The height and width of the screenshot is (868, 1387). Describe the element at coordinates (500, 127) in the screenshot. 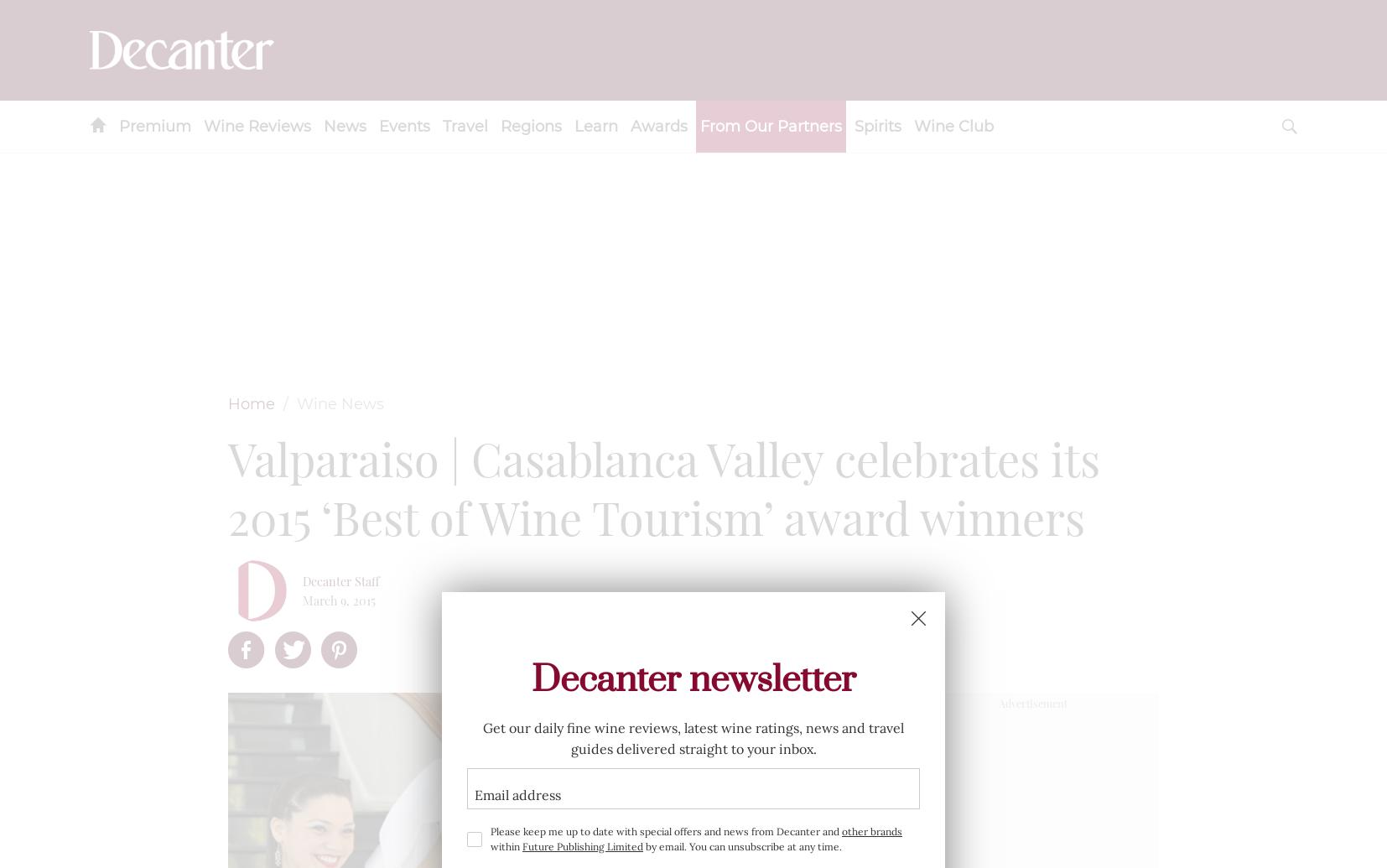

I see `'Regions'` at that location.